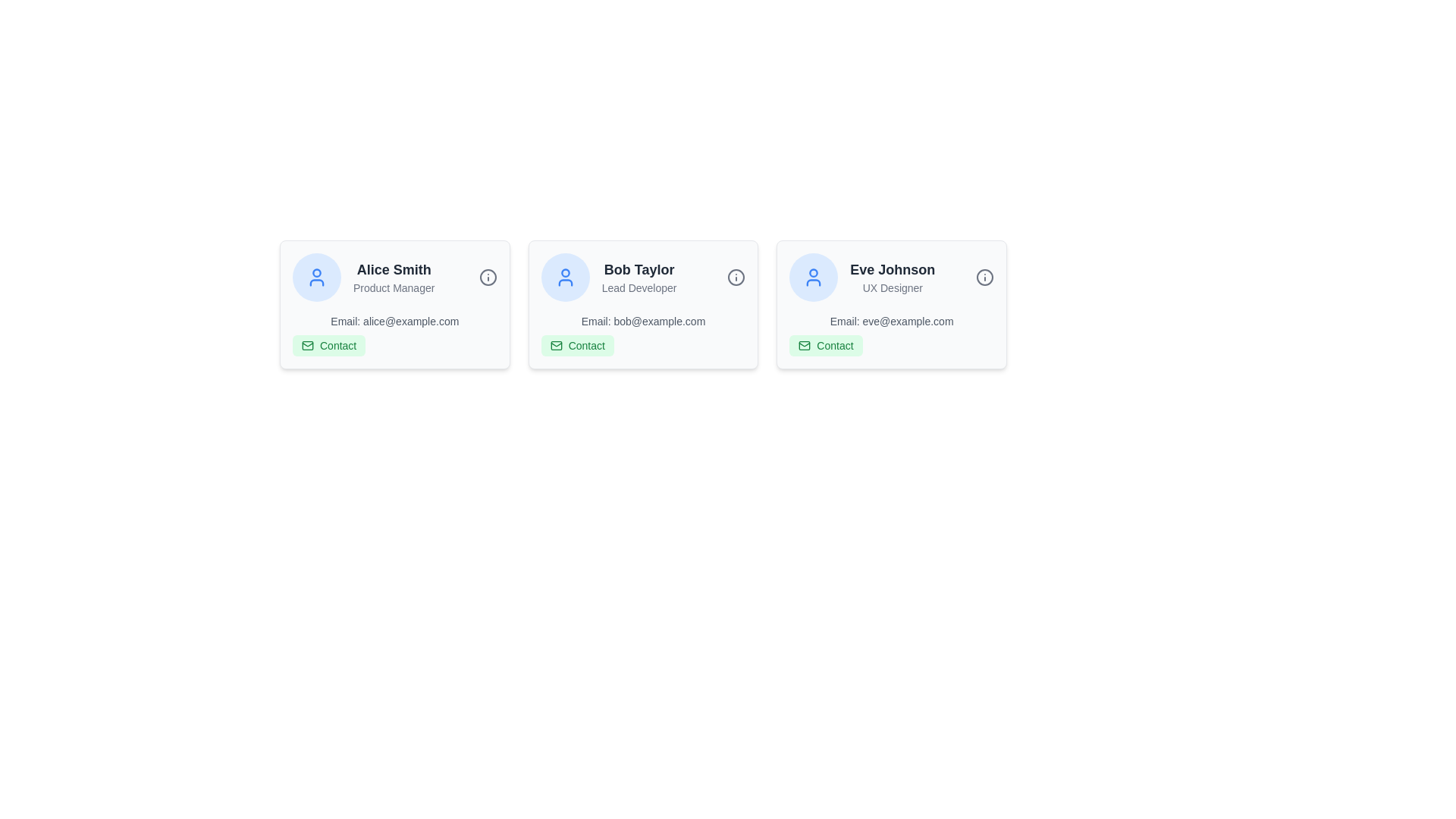 This screenshot has width=1456, height=819. Describe the element at coordinates (328, 345) in the screenshot. I see `the button located in the bottom-left corner of Alice Smith's card` at that location.